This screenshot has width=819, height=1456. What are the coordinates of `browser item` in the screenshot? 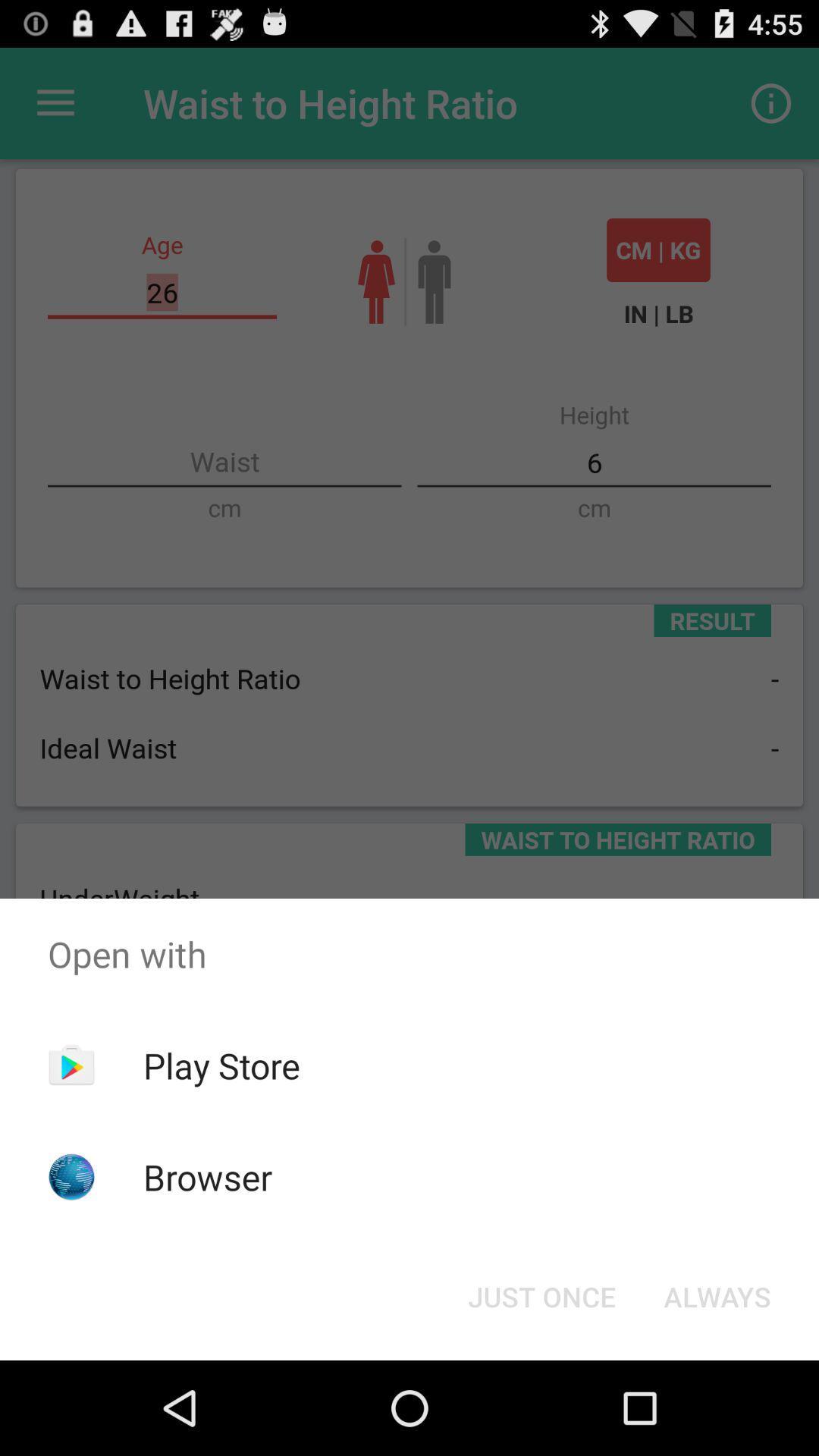 It's located at (208, 1176).